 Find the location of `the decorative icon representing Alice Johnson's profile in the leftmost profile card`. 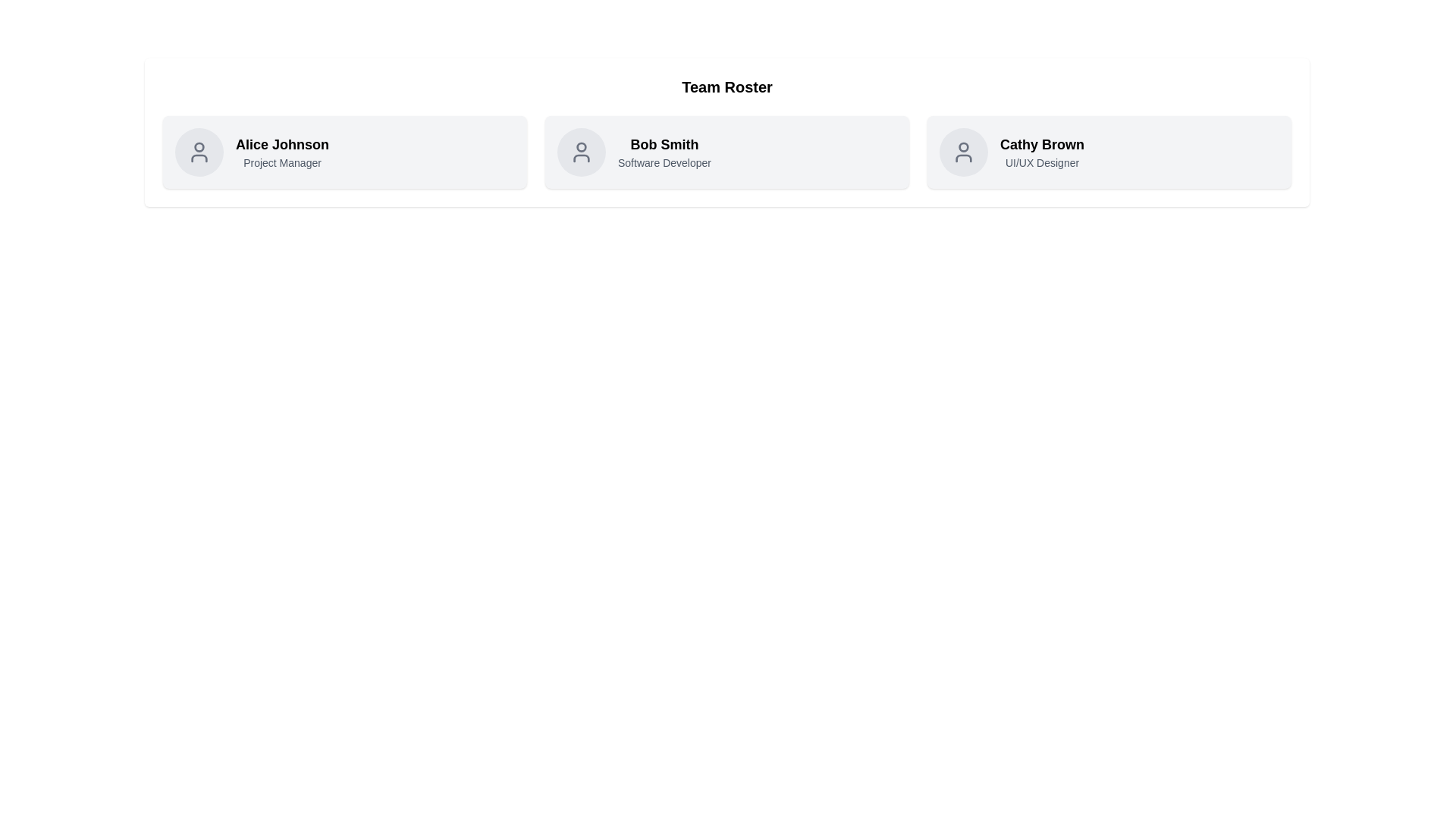

the decorative icon representing Alice Johnson's profile in the leftmost profile card is located at coordinates (199, 152).